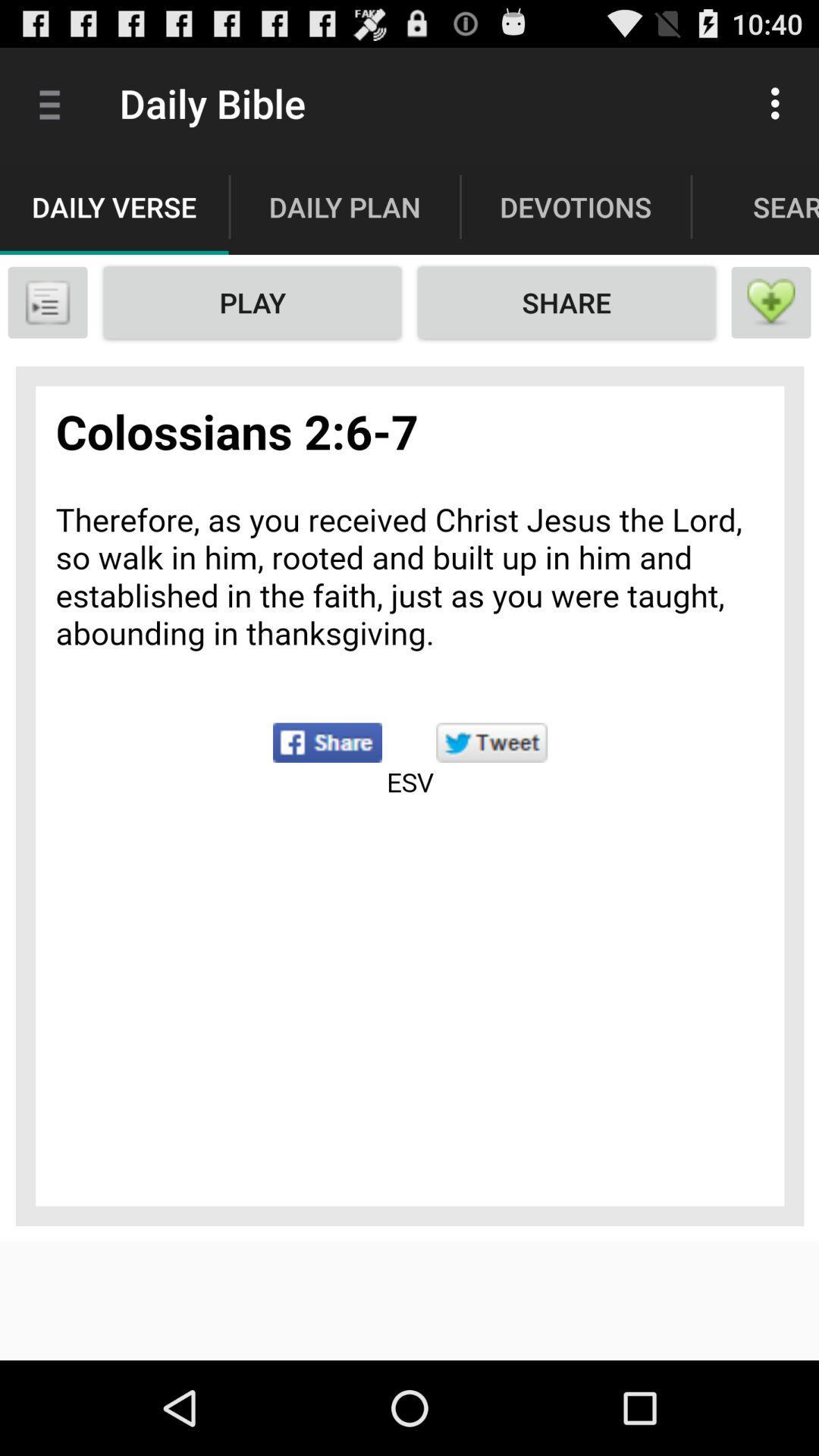  I want to click on this passage, so click(771, 302).